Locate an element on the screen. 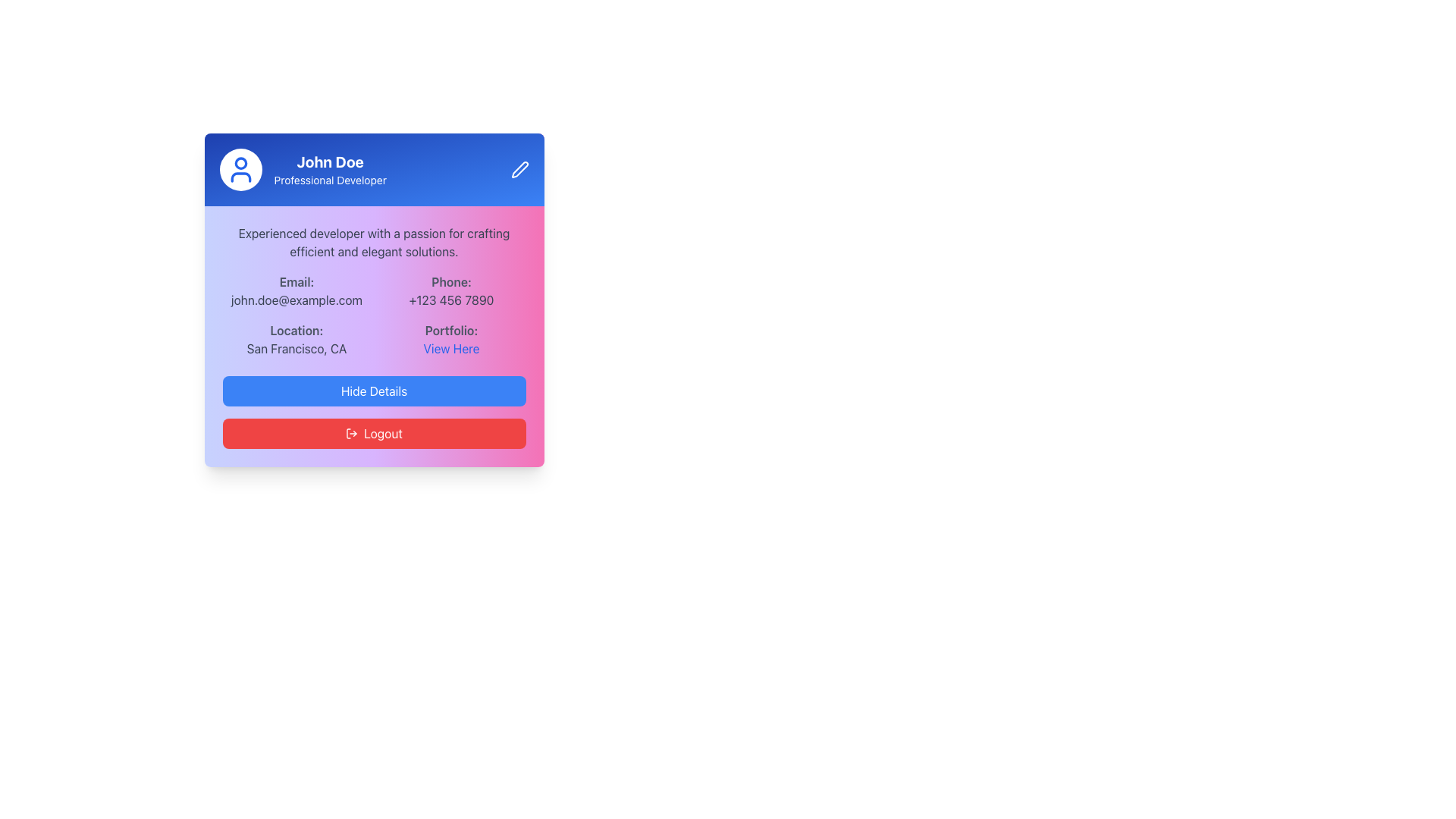  the circular user icon element located in the top-left section of the card is located at coordinates (240, 163).